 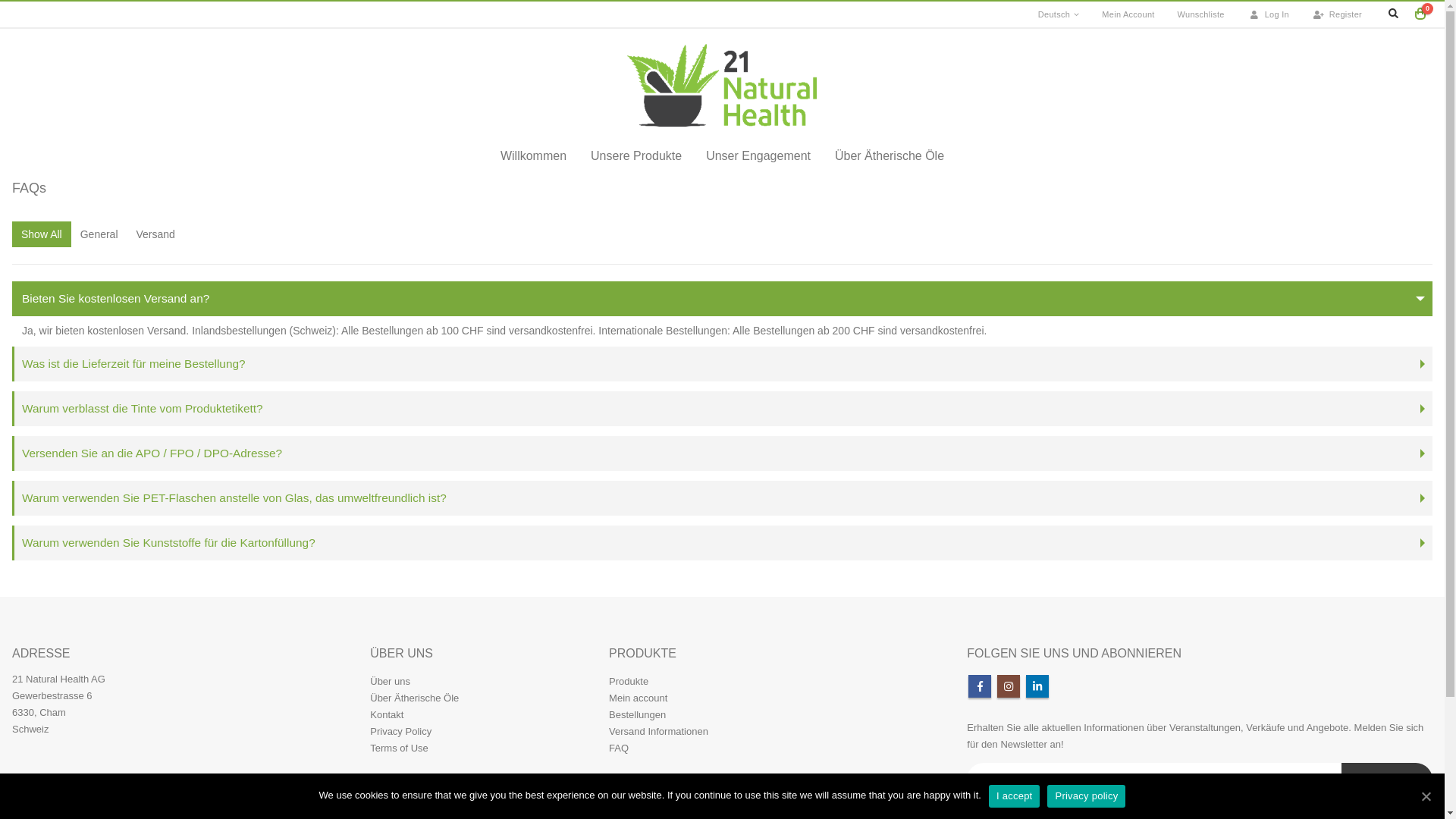 What do you see at coordinates (758, 155) in the screenshot?
I see `'Unser Engagement'` at bounding box center [758, 155].